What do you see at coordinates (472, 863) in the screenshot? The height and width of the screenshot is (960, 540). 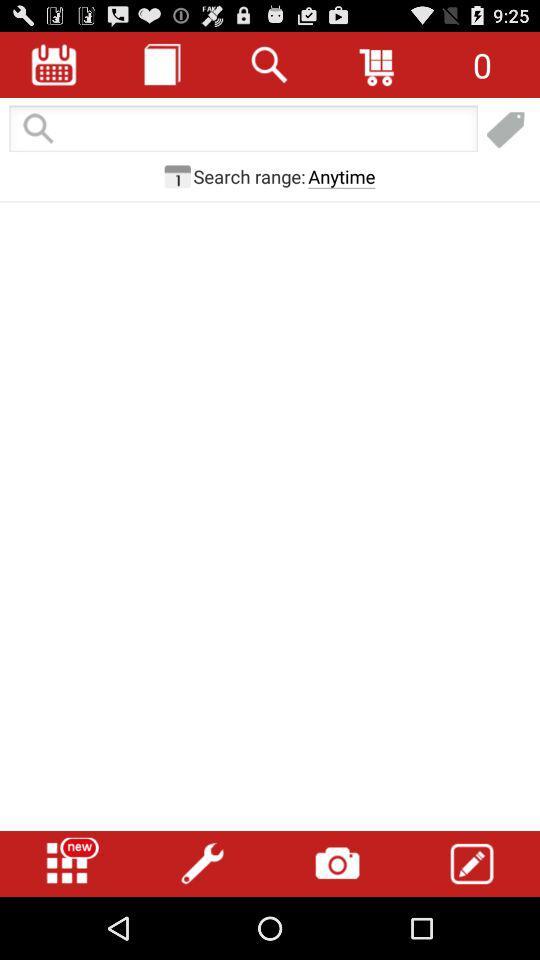 I see `button at the bottom right corner` at bounding box center [472, 863].